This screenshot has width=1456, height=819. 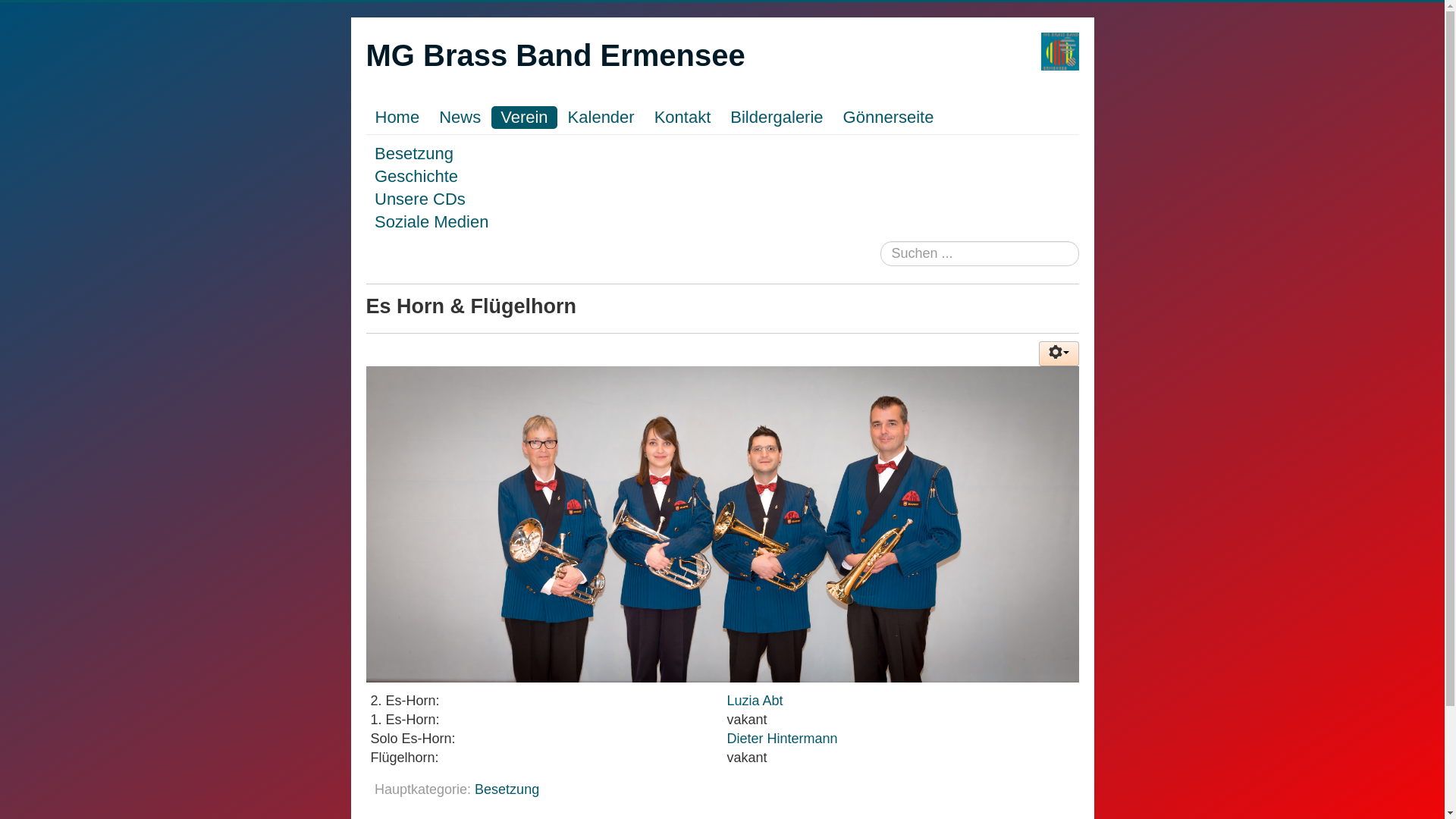 What do you see at coordinates (554, 55) in the screenshot?
I see `'MG Brass Band Ermensee'` at bounding box center [554, 55].